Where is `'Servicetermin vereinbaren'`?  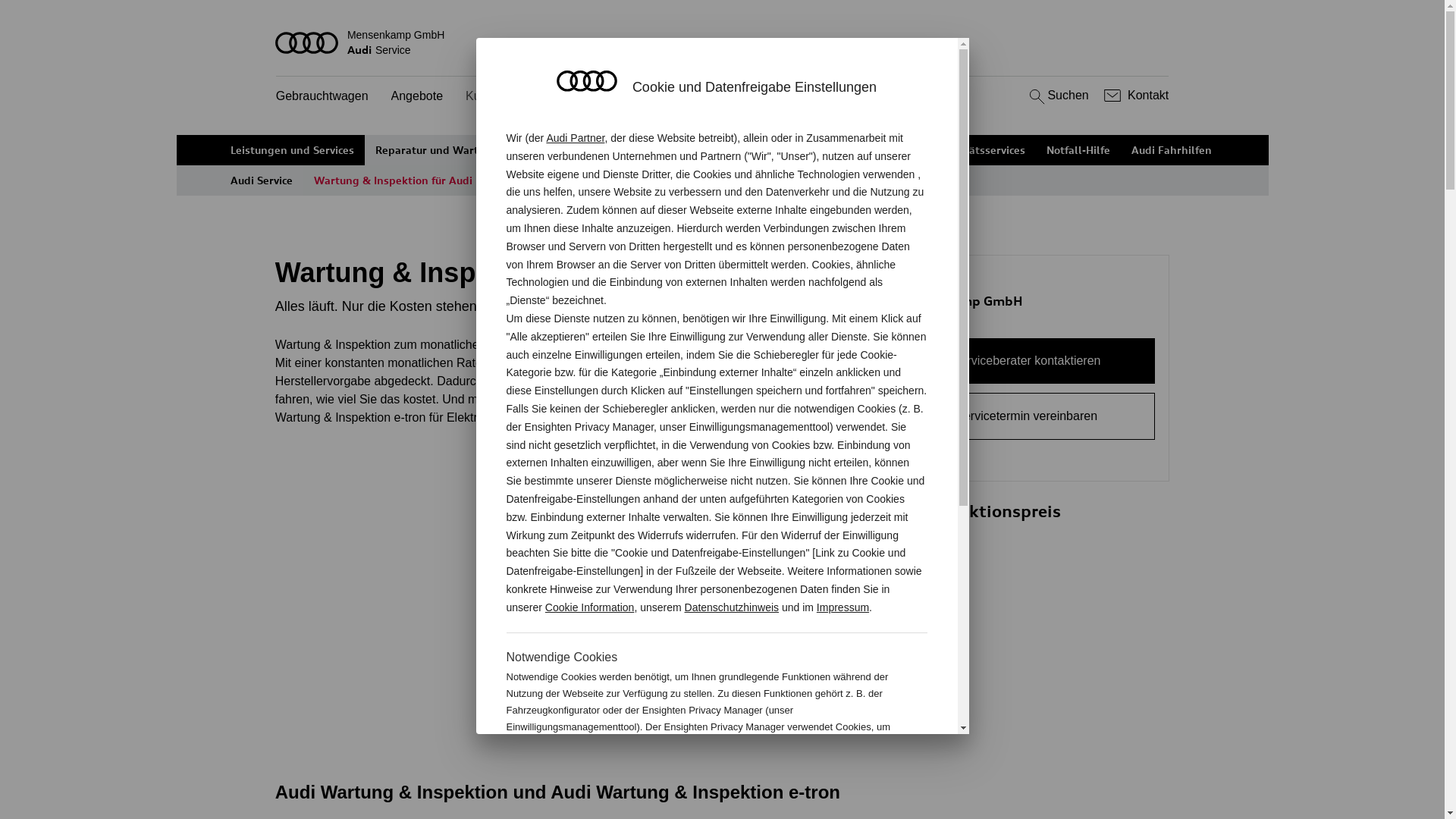
'Servicetermin vereinbaren' is located at coordinates (1026, 416).